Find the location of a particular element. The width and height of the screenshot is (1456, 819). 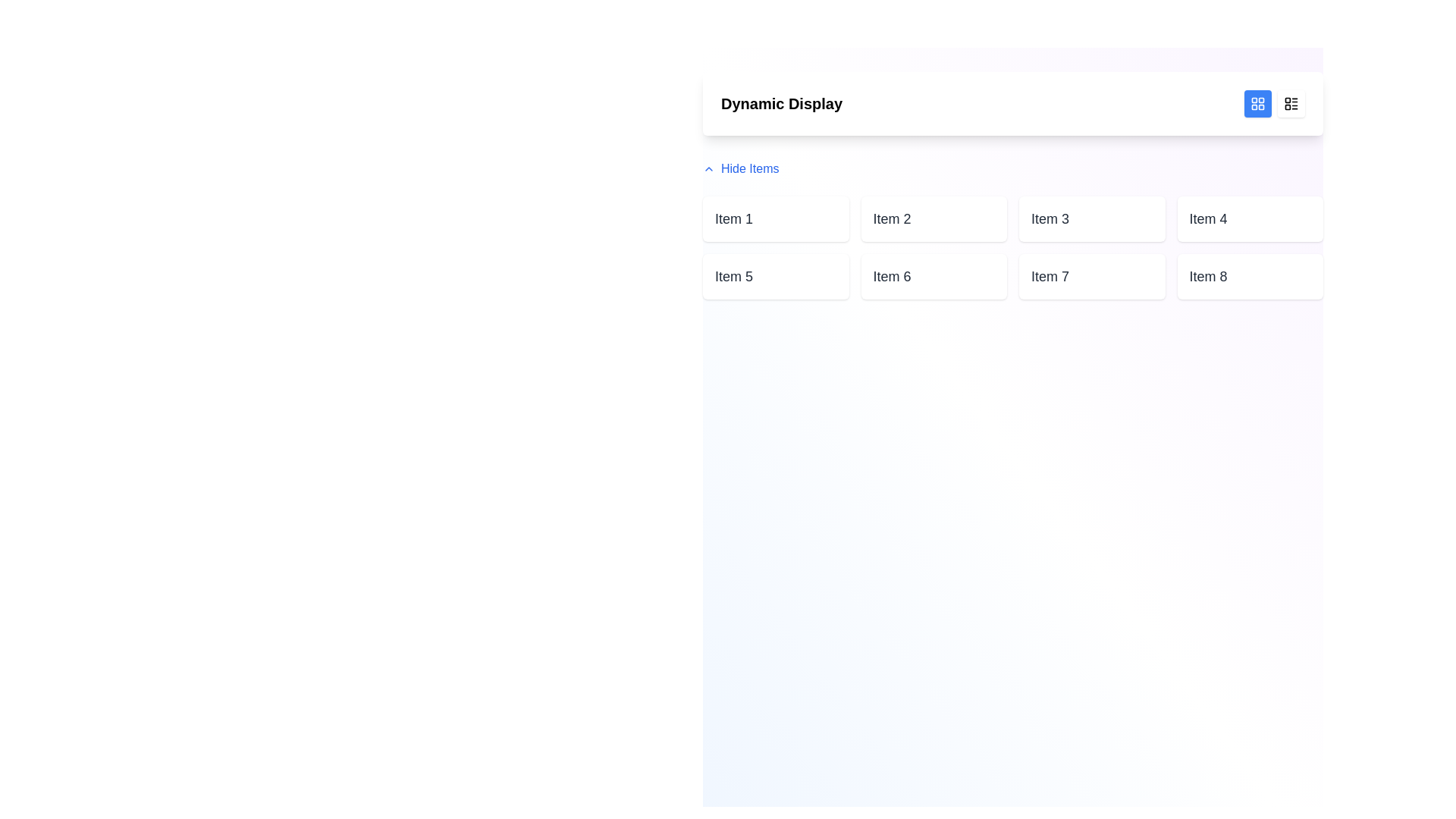

the hyperlink-style text label that collapses or hides the displayed items below it, located to the right of the chevron icon and below the 'Dynamic Display' header is located at coordinates (749, 169).